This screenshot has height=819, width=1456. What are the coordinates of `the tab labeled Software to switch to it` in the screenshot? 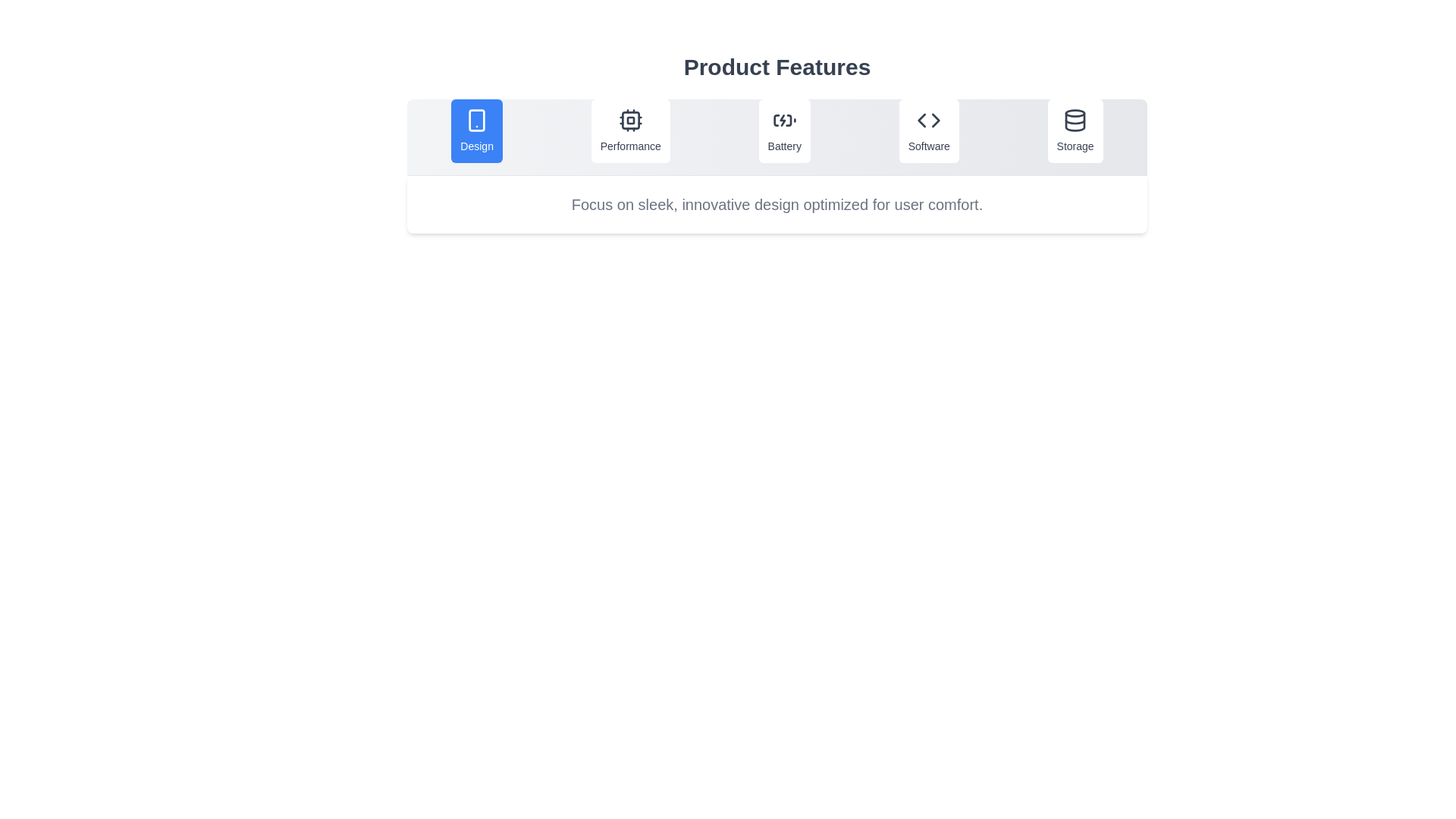 It's located at (928, 130).